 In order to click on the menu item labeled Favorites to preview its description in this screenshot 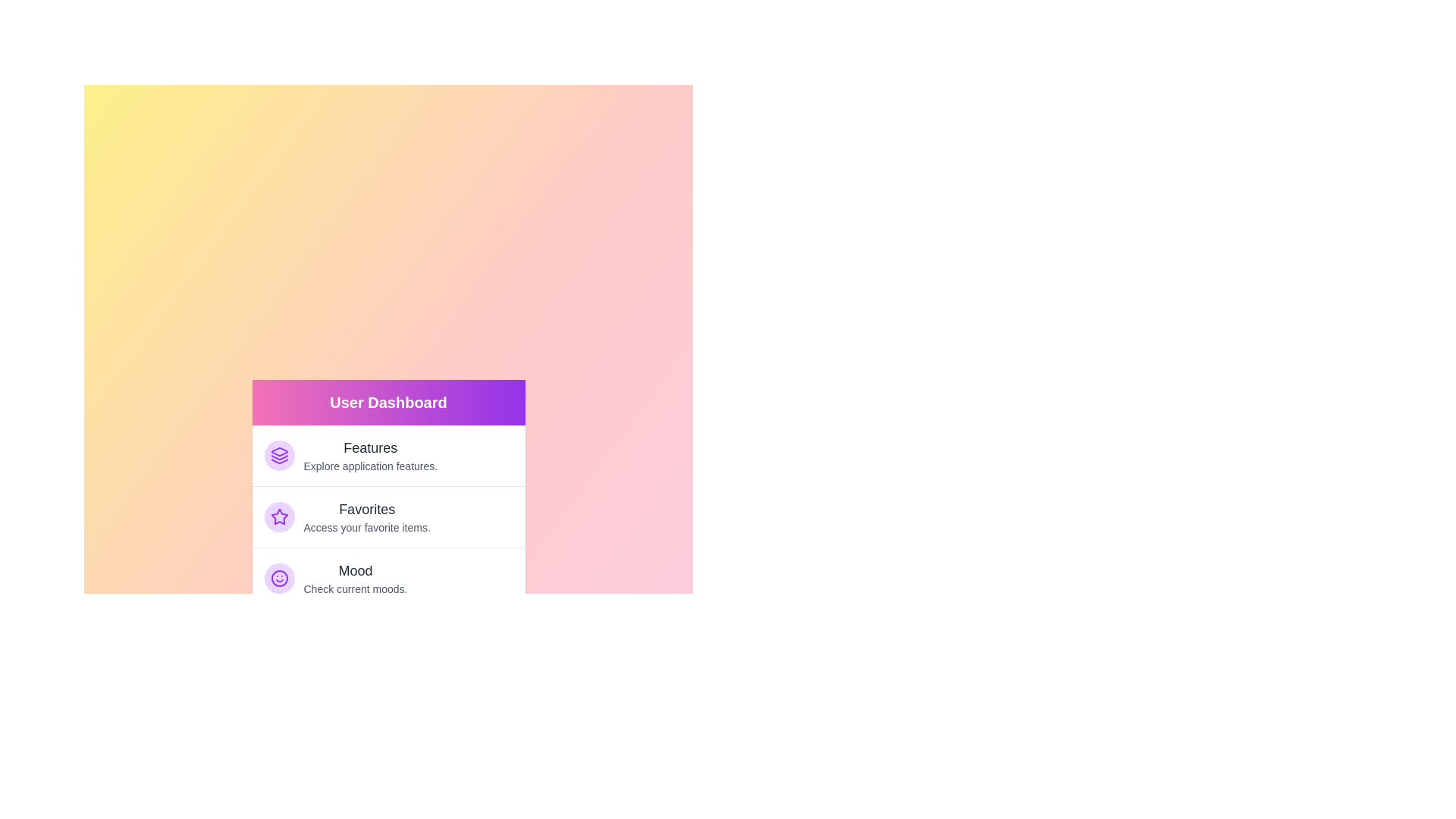, I will do `click(388, 516)`.